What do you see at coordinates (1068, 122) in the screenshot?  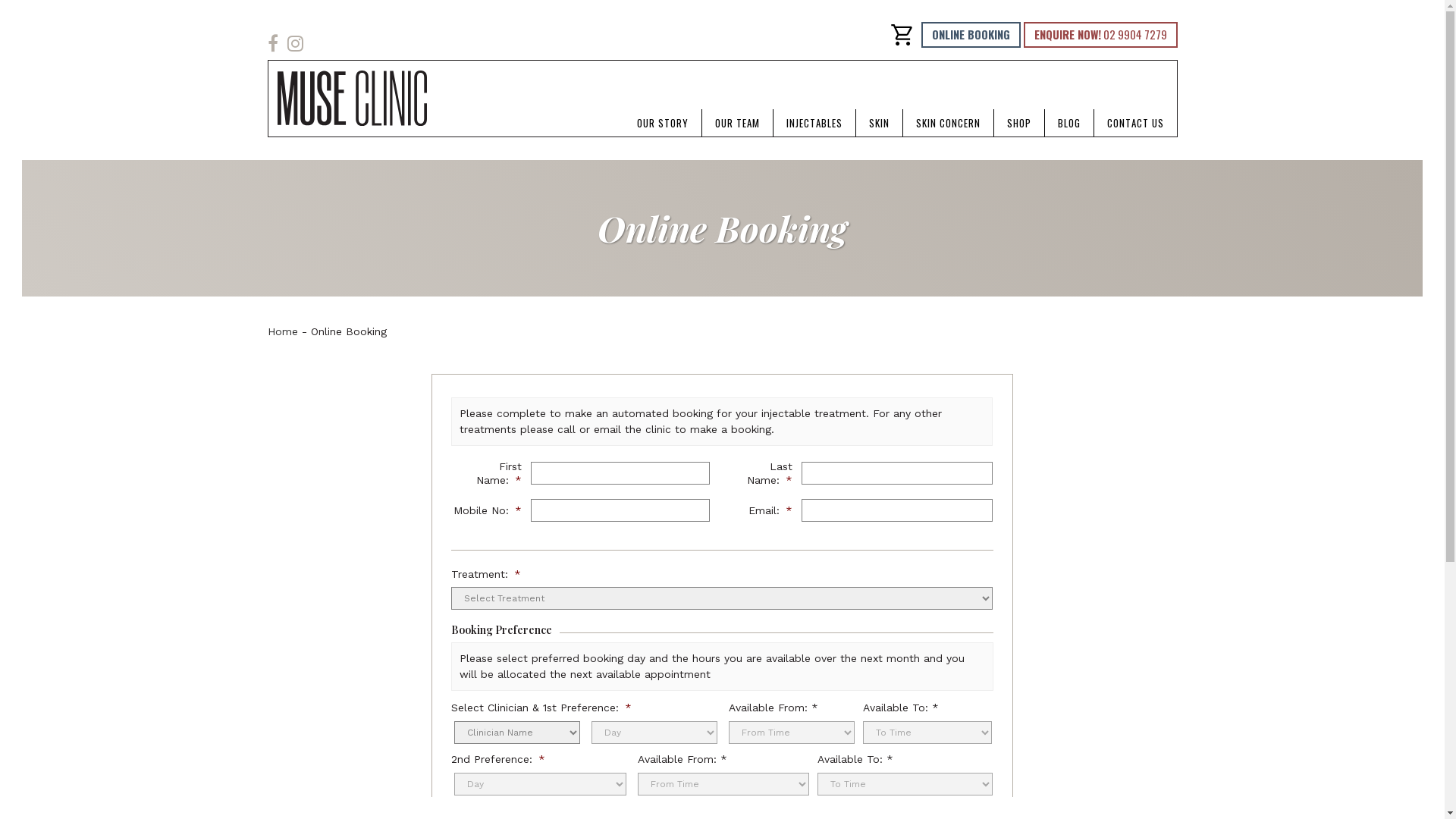 I see `'BLOG'` at bounding box center [1068, 122].